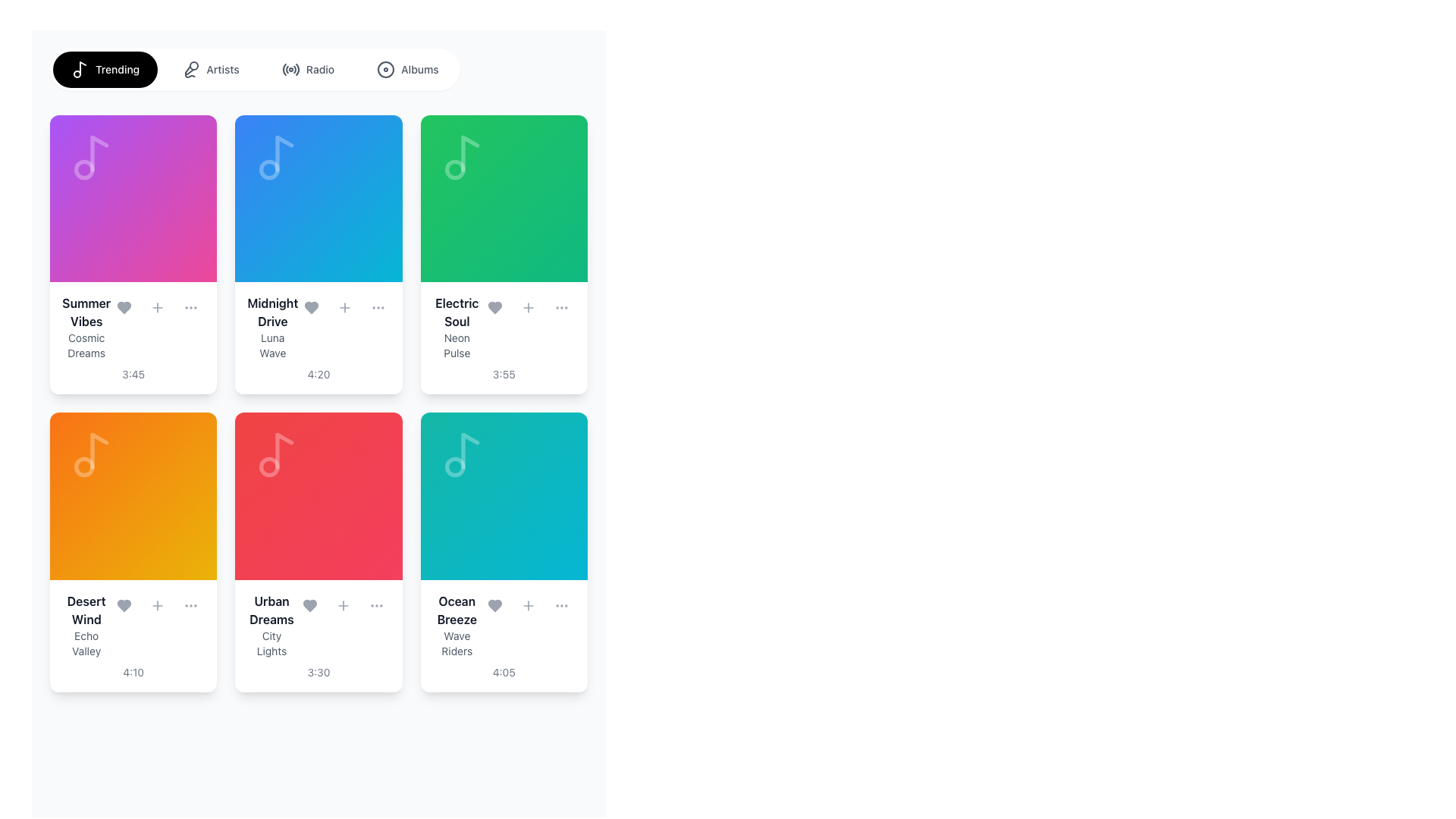 The height and width of the screenshot is (819, 1456). Describe the element at coordinates (86, 625) in the screenshot. I see `the orange card in the second row of the grid layout that contains the title and subtitle text label component, located above the duration text '4:10' and below the musical note icon` at that location.